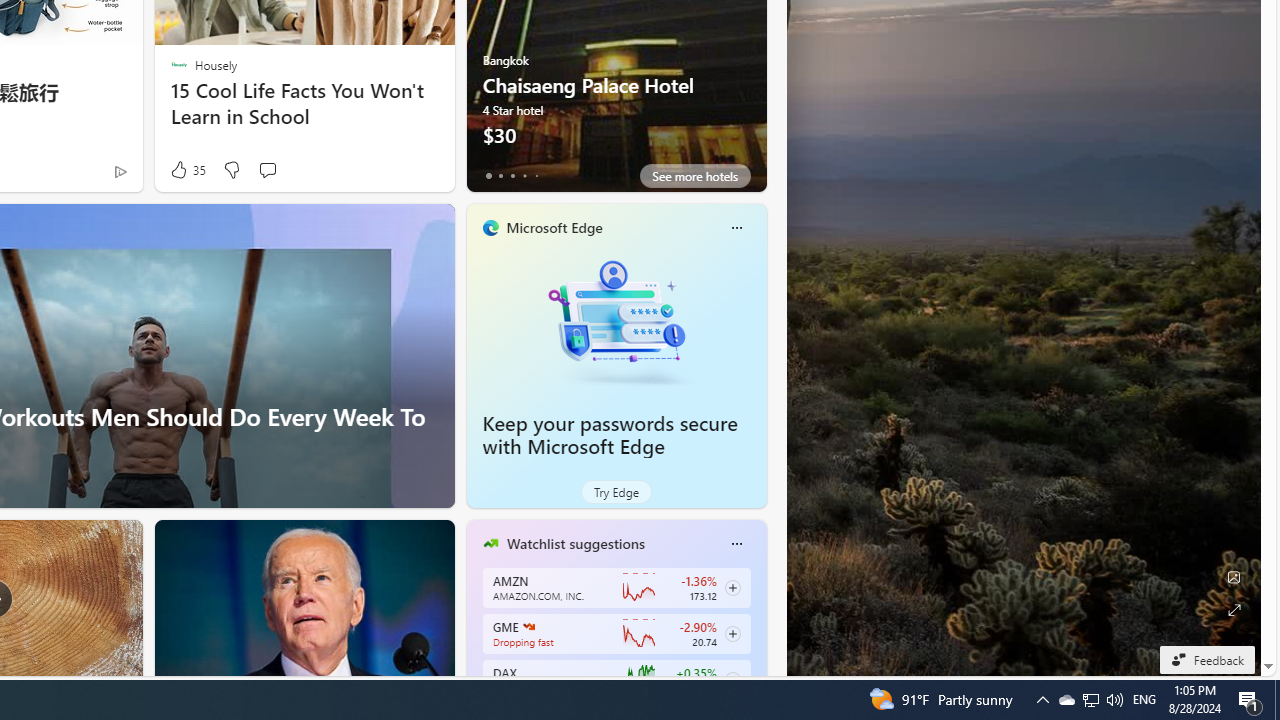 Image resolution: width=1280 pixels, height=720 pixels. Describe the element at coordinates (554, 226) in the screenshot. I see `'Microsoft Edge'` at that location.